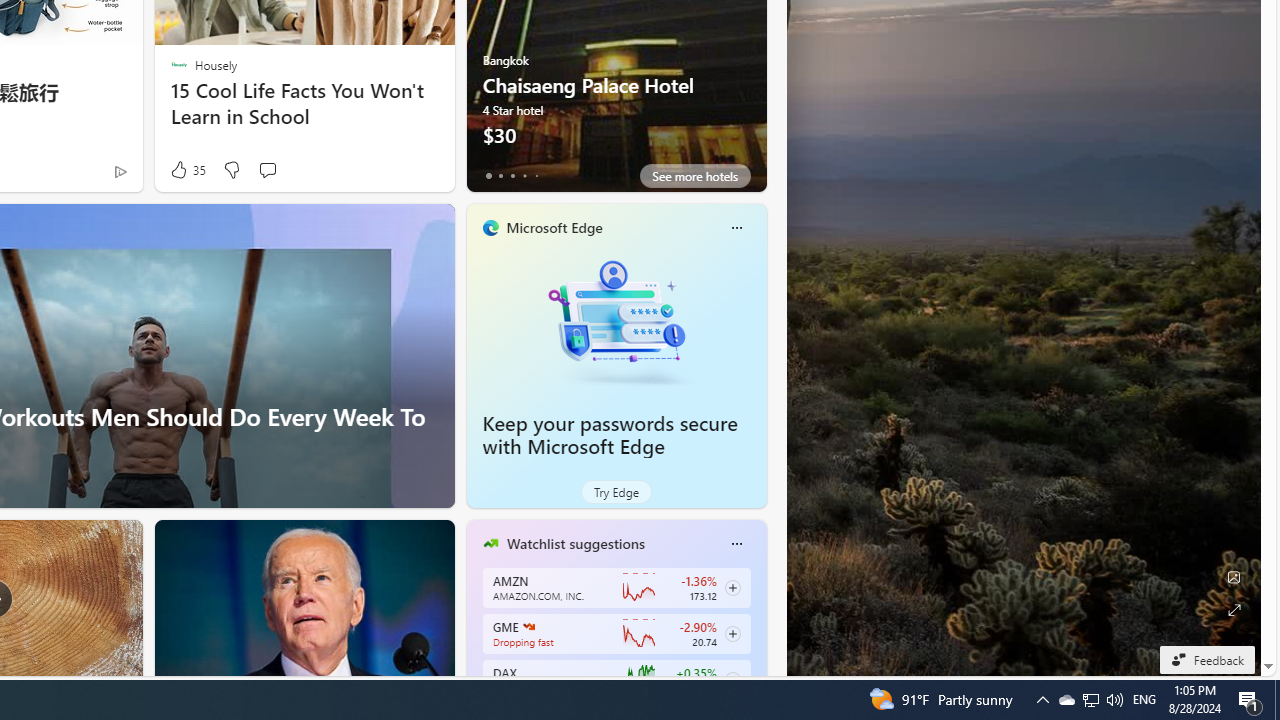 Image resolution: width=1280 pixels, height=720 pixels. Describe the element at coordinates (554, 226) in the screenshot. I see `'Microsoft Edge'` at that location.